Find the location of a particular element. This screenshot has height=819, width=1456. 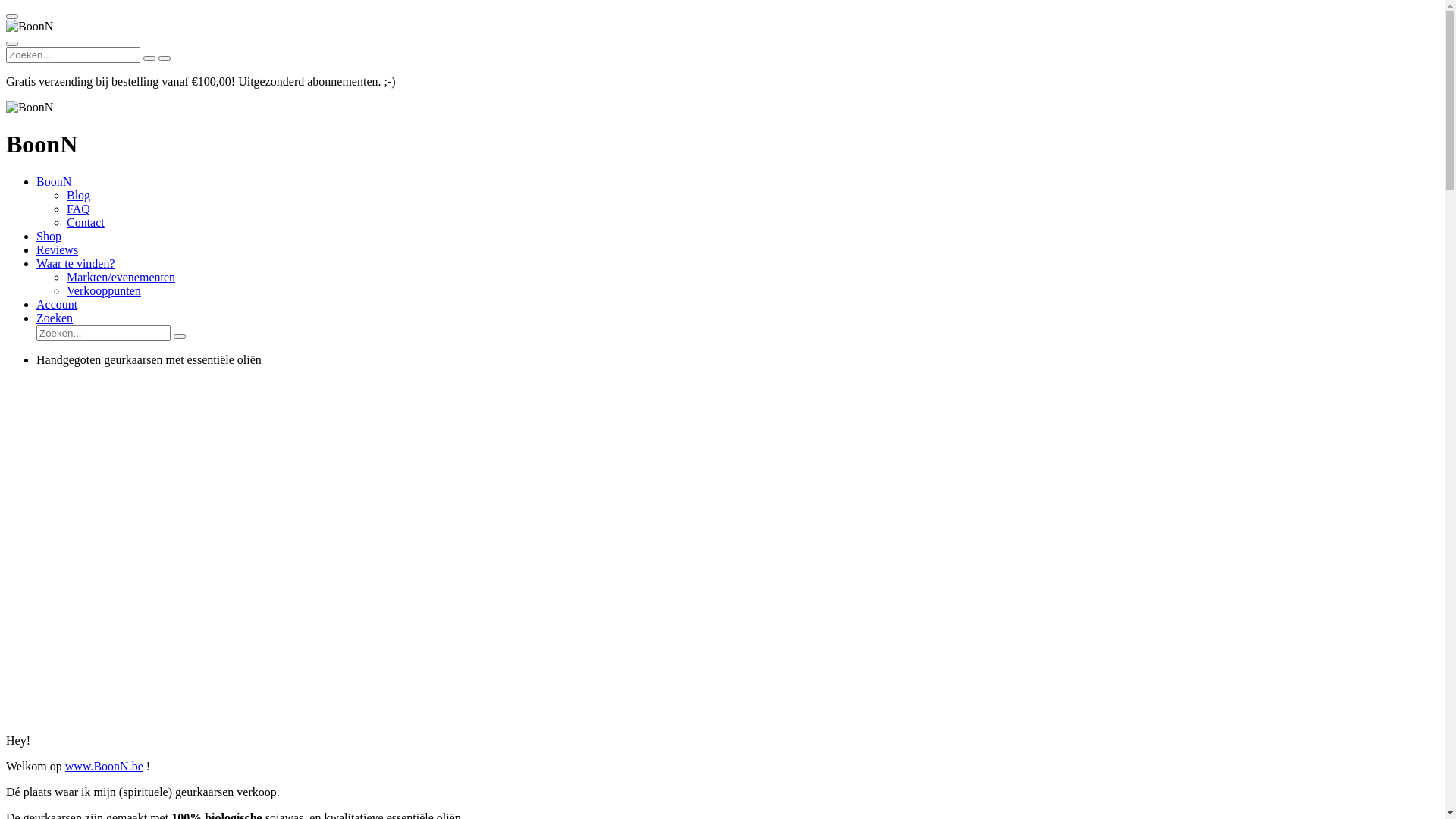

'FAQ' is located at coordinates (65, 209).